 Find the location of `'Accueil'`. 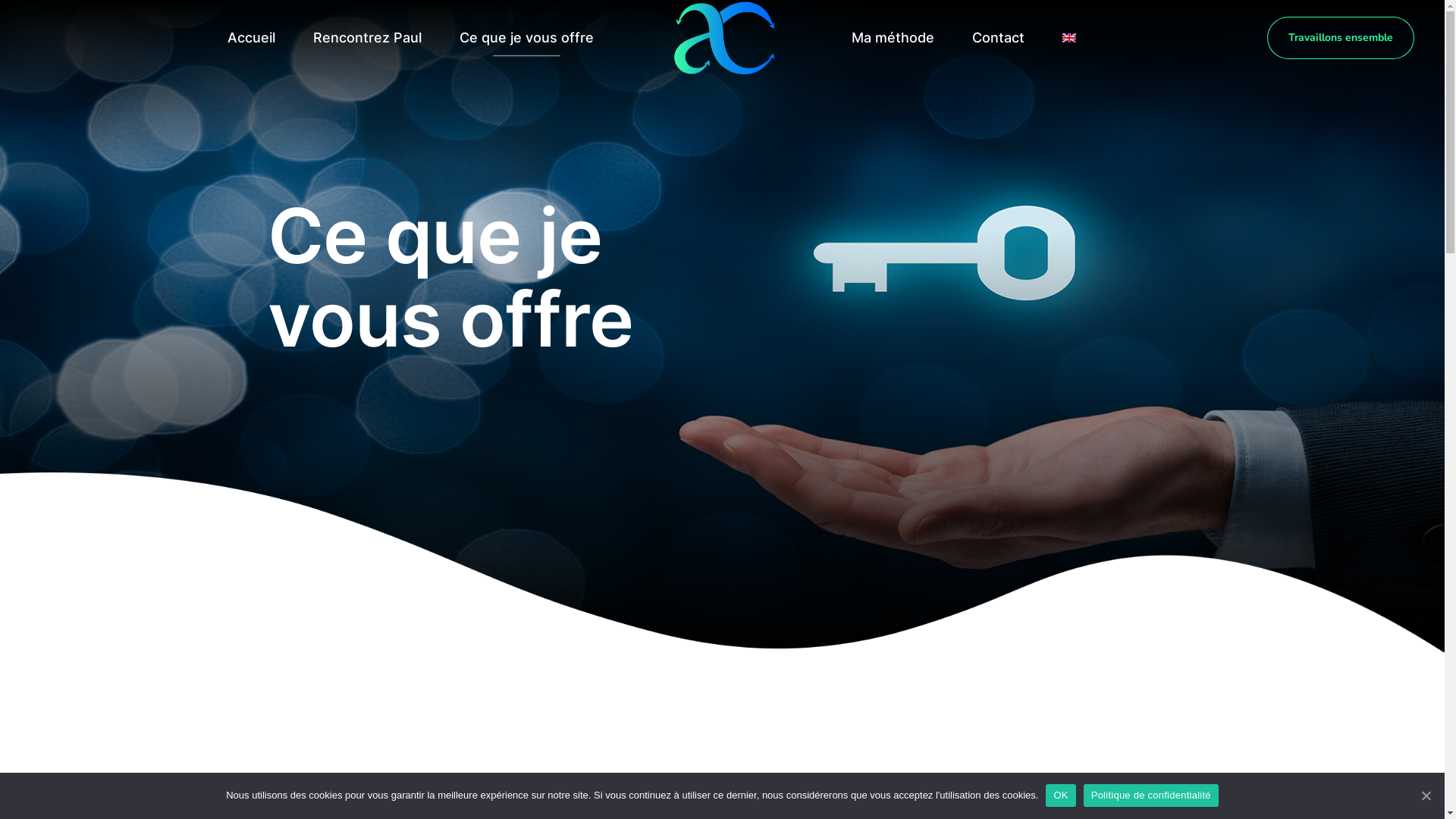

'Accueil' is located at coordinates (251, 37).